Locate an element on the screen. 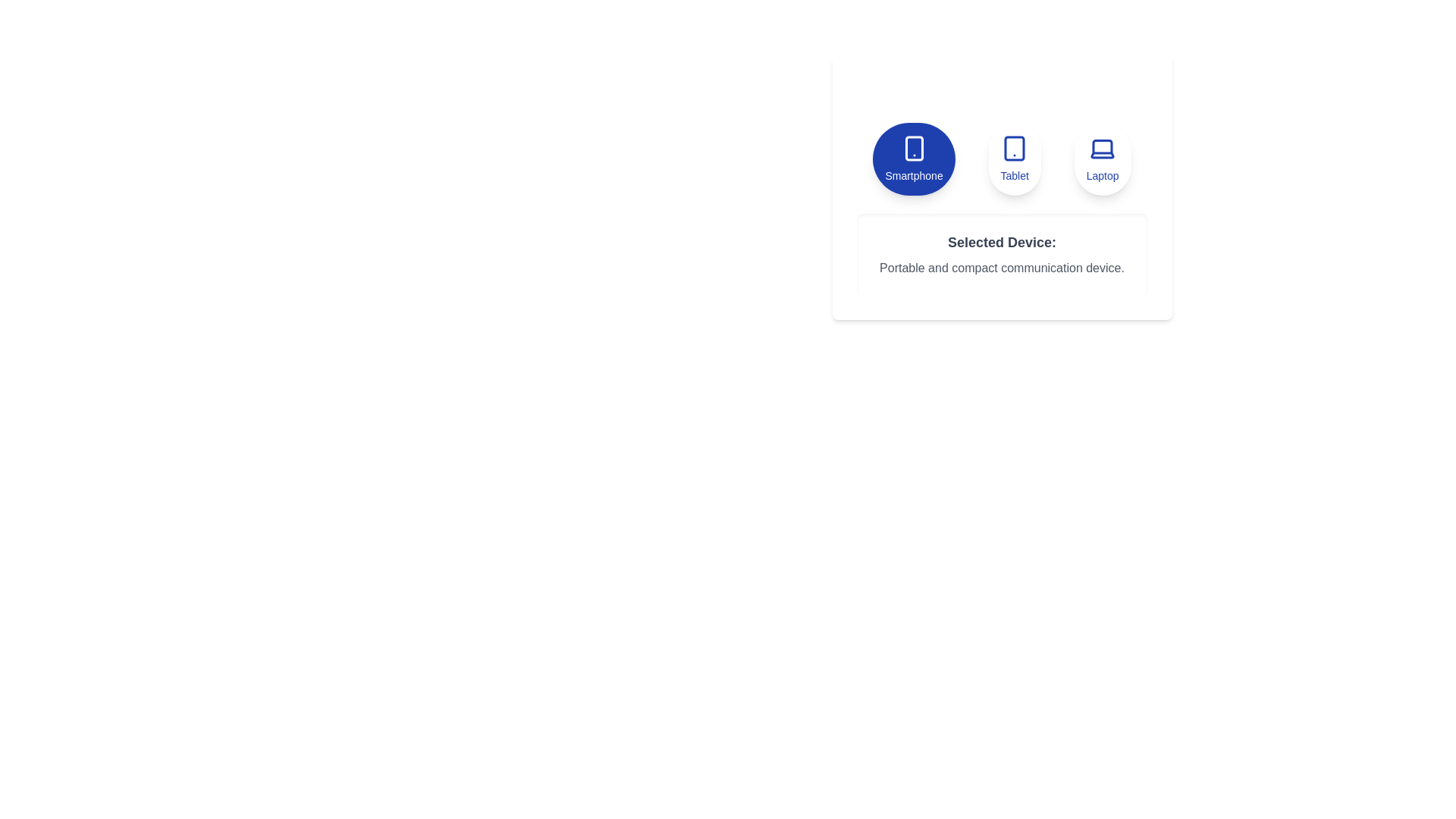 This screenshot has height=819, width=1456. the Laptop button to observe its hover effect is located at coordinates (1103, 158).